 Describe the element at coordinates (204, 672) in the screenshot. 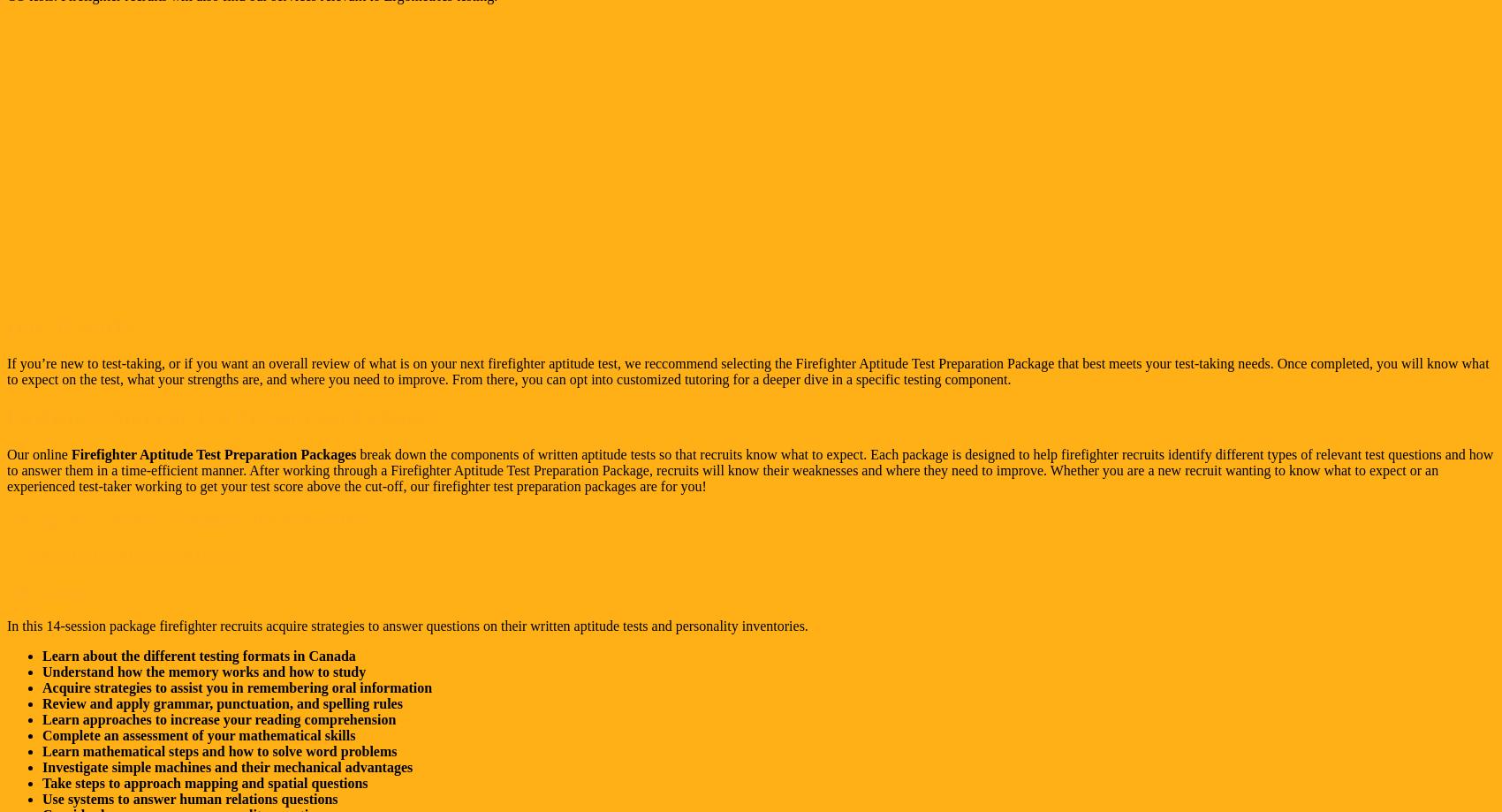

I see `'Understand how the memory works and how to study'` at that location.